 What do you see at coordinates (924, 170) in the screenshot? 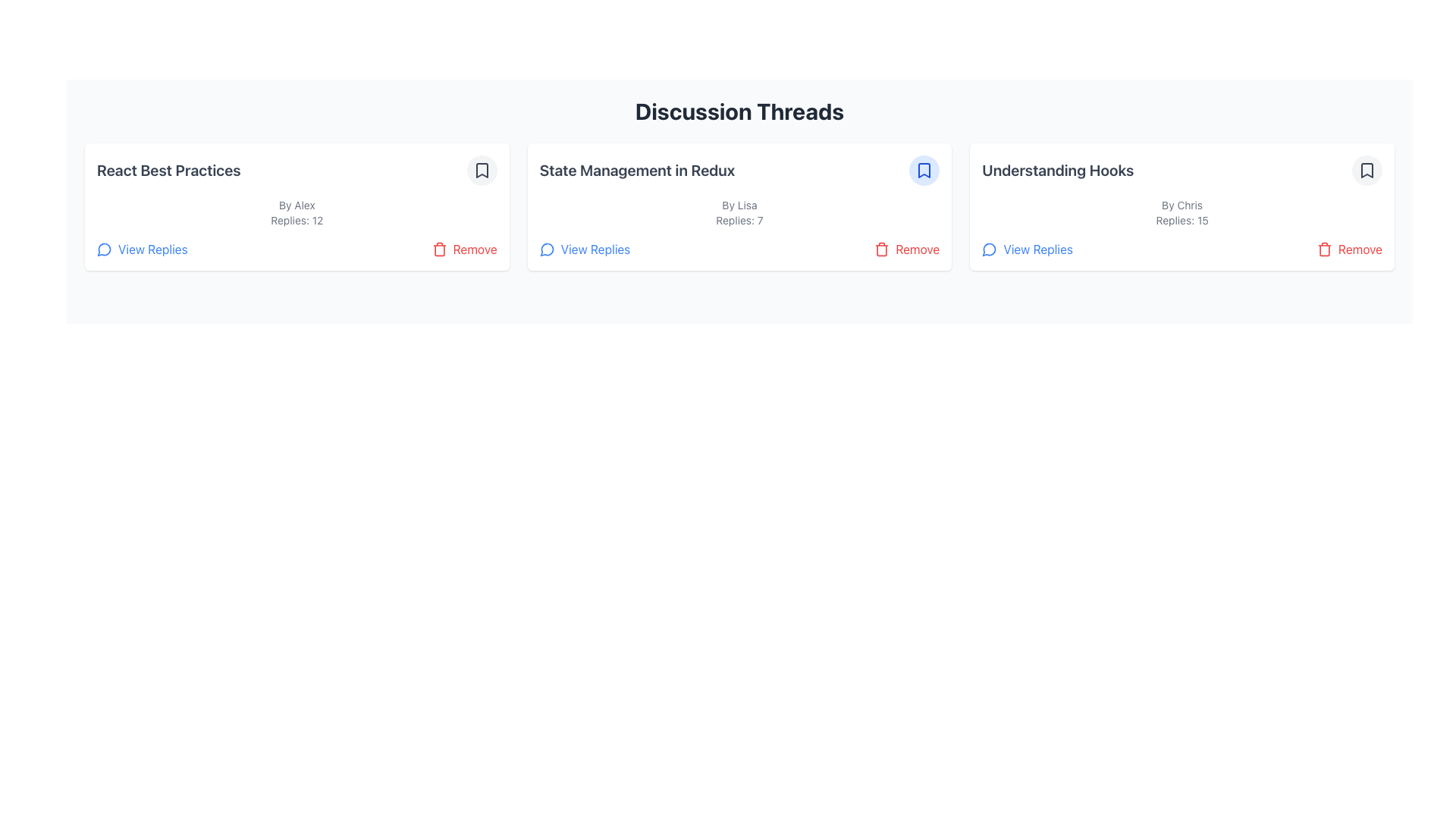
I see `the bookmark icon button located at the top-right end of the card labeled 'State Management in Redux' in the header section to bookmark the discussion` at bounding box center [924, 170].